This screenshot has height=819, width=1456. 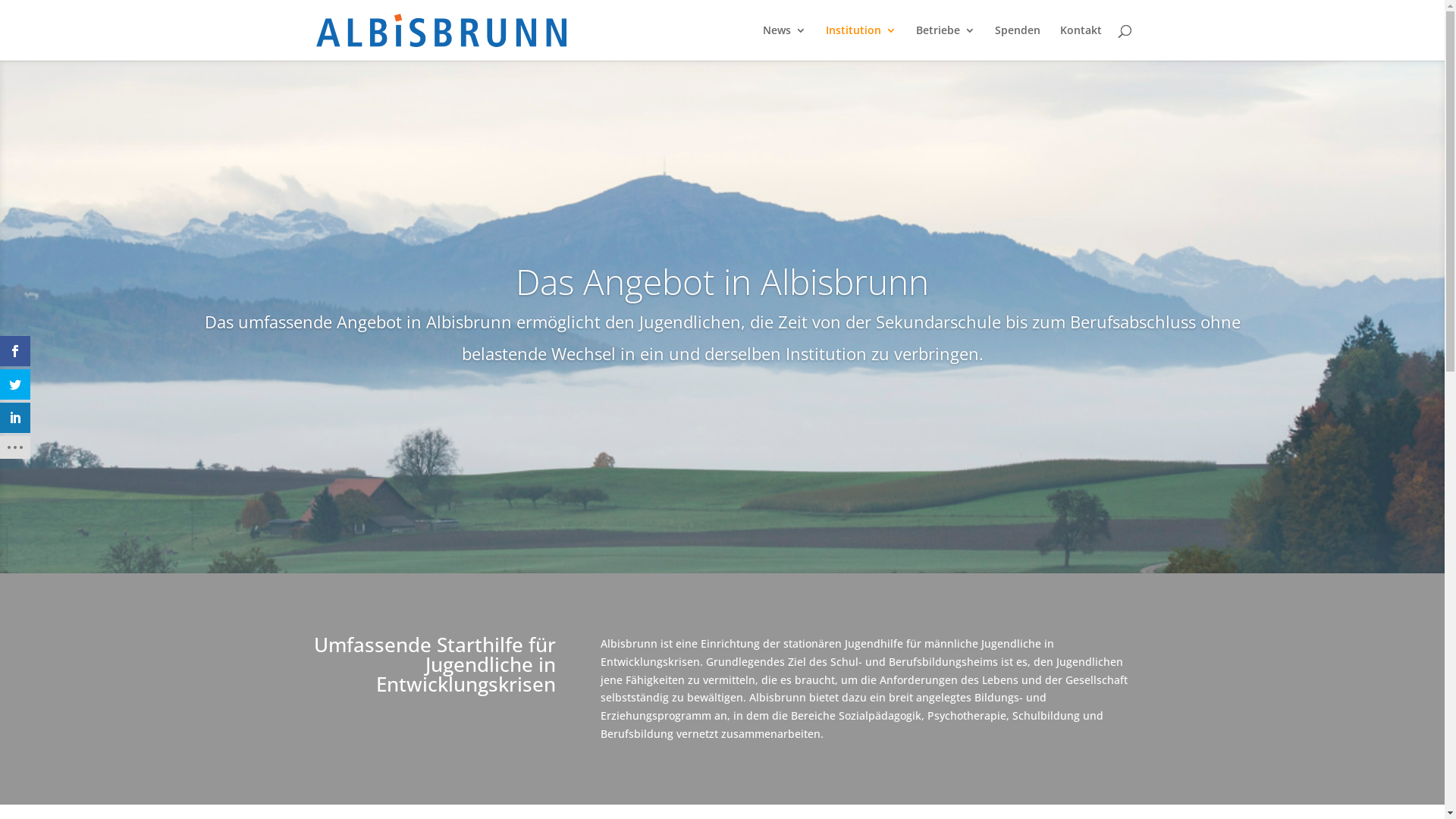 What do you see at coordinates (784, 42) in the screenshot?
I see `'News'` at bounding box center [784, 42].